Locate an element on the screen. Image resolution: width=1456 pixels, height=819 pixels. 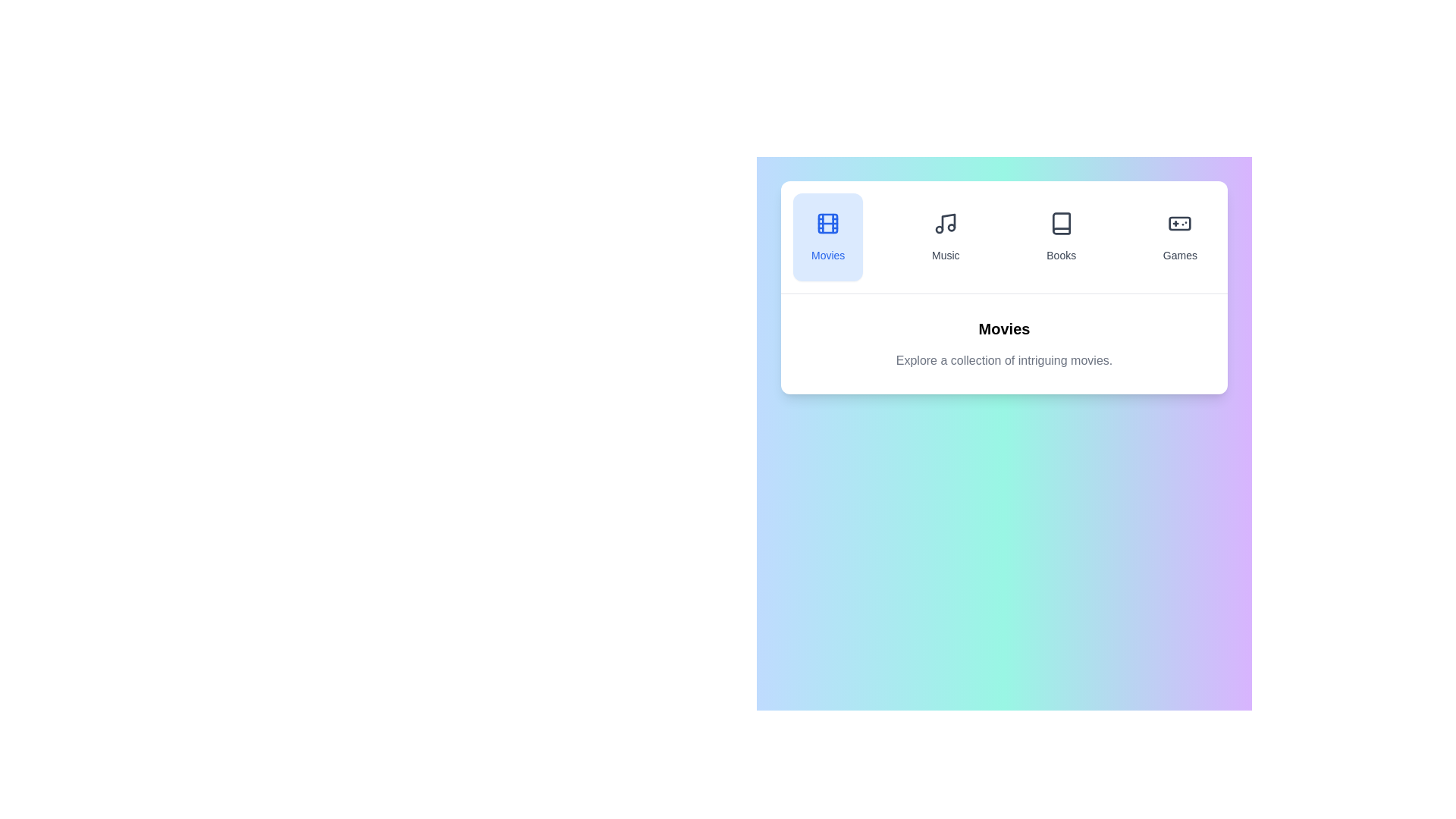
the Books tab to switch to the respective entertainment category is located at coordinates (1059, 237).